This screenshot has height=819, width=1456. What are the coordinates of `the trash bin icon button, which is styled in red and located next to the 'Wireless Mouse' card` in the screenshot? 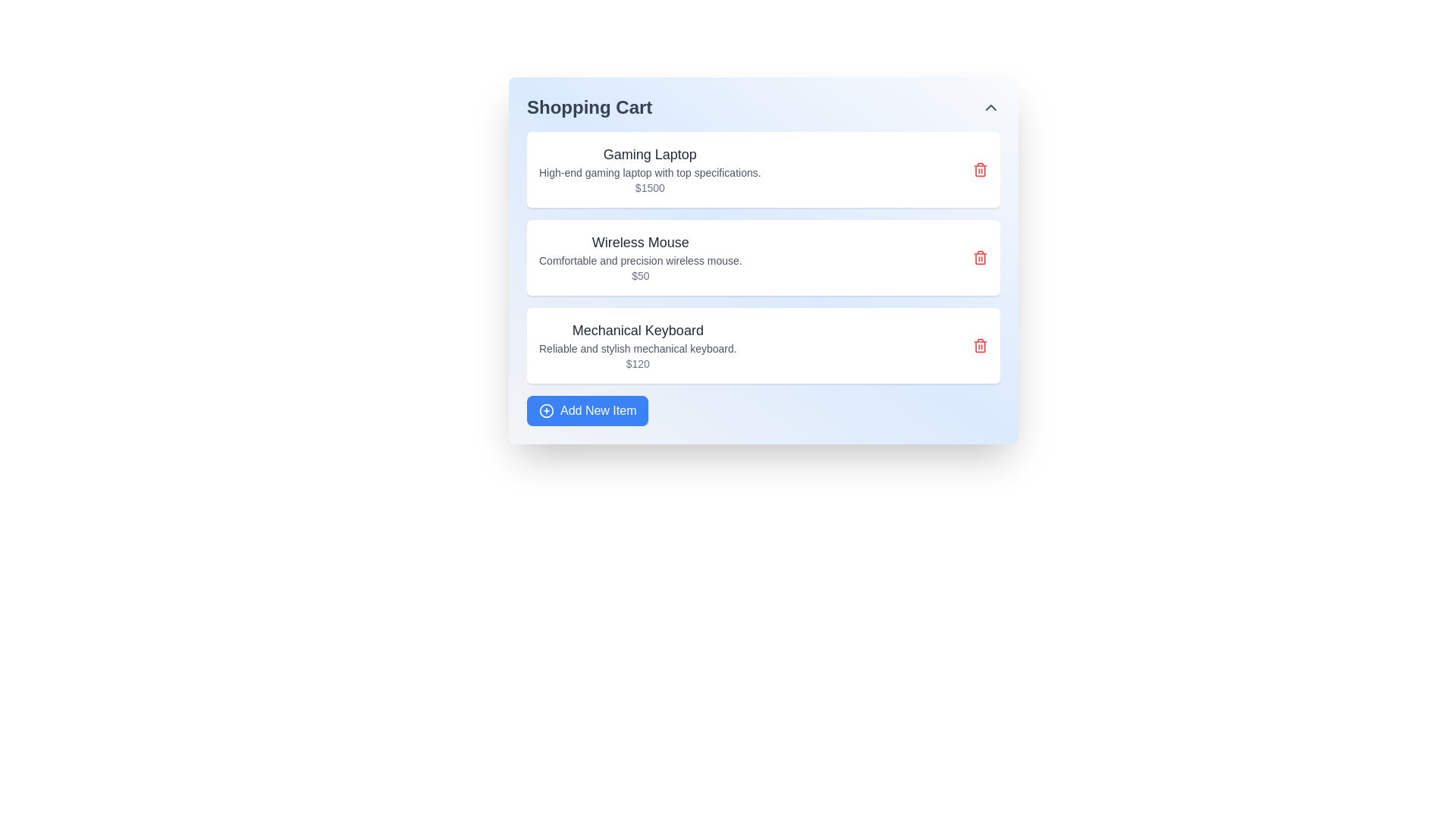 It's located at (980, 256).